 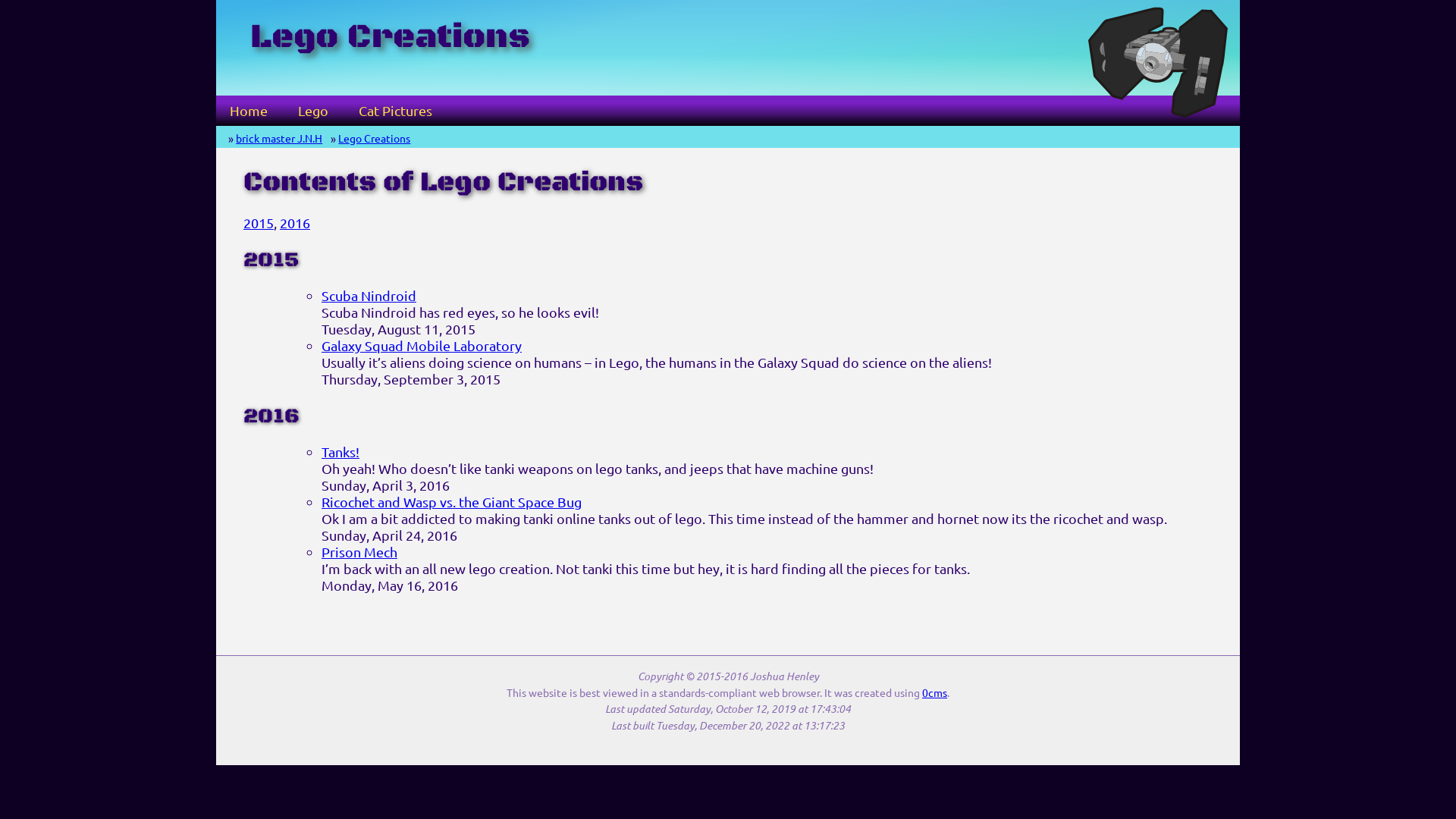 What do you see at coordinates (359, 551) in the screenshot?
I see `'Prison Mech'` at bounding box center [359, 551].